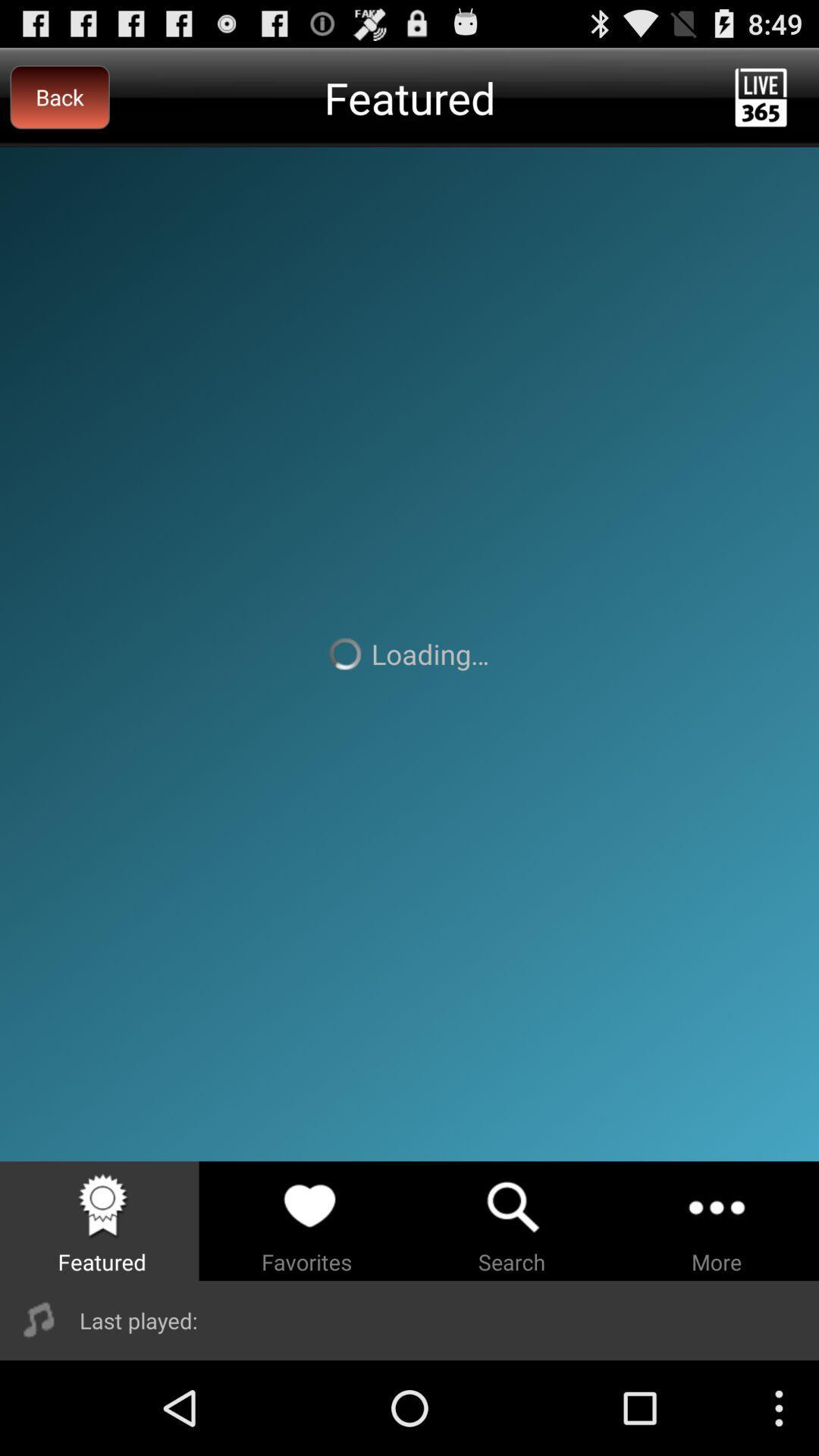 Image resolution: width=819 pixels, height=1456 pixels. Describe the element at coordinates (59, 96) in the screenshot. I see `back at the top left corner` at that location.